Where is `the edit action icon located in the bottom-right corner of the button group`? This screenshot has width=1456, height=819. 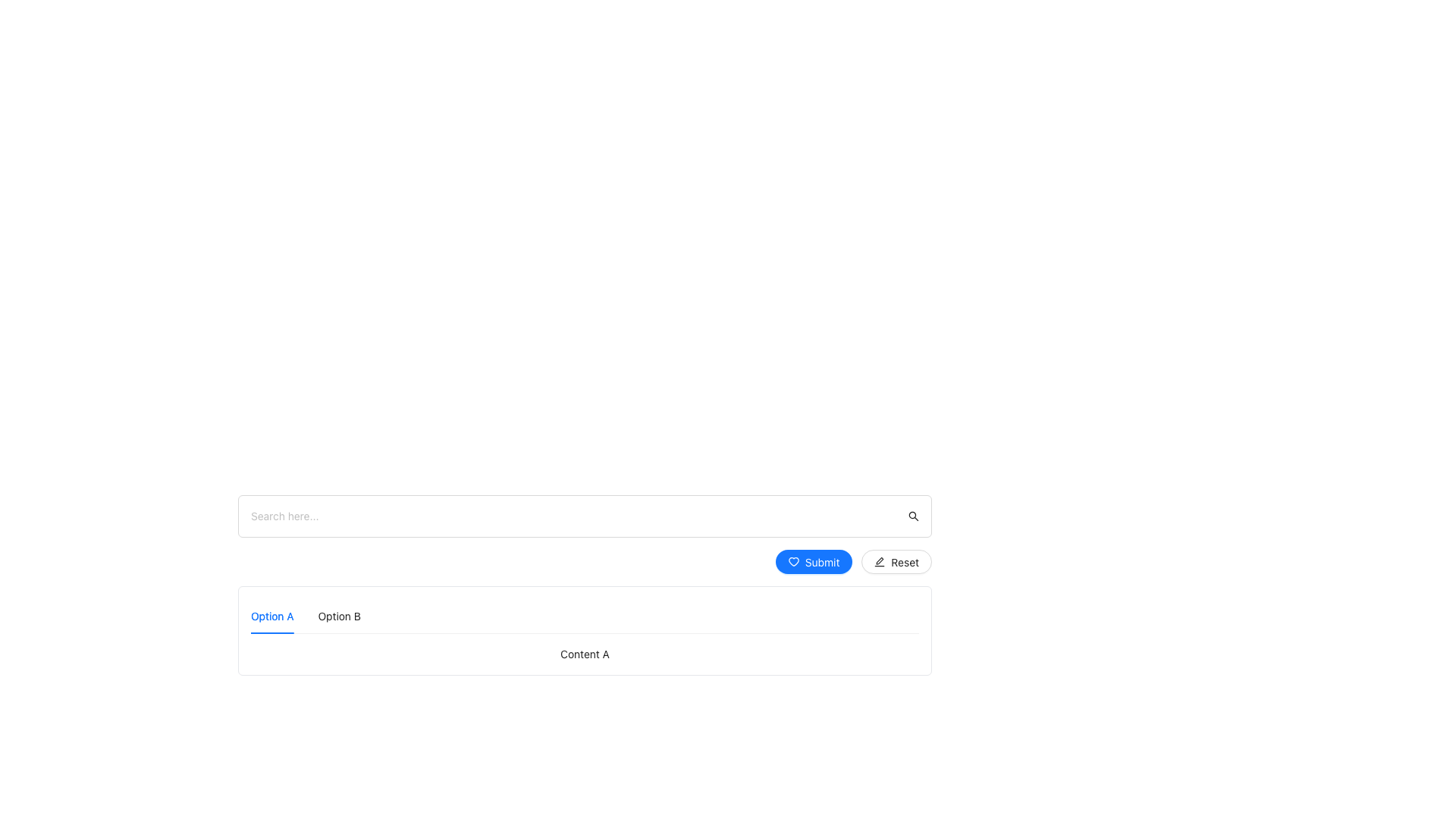
the edit action icon located in the bottom-right corner of the button group is located at coordinates (880, 562).